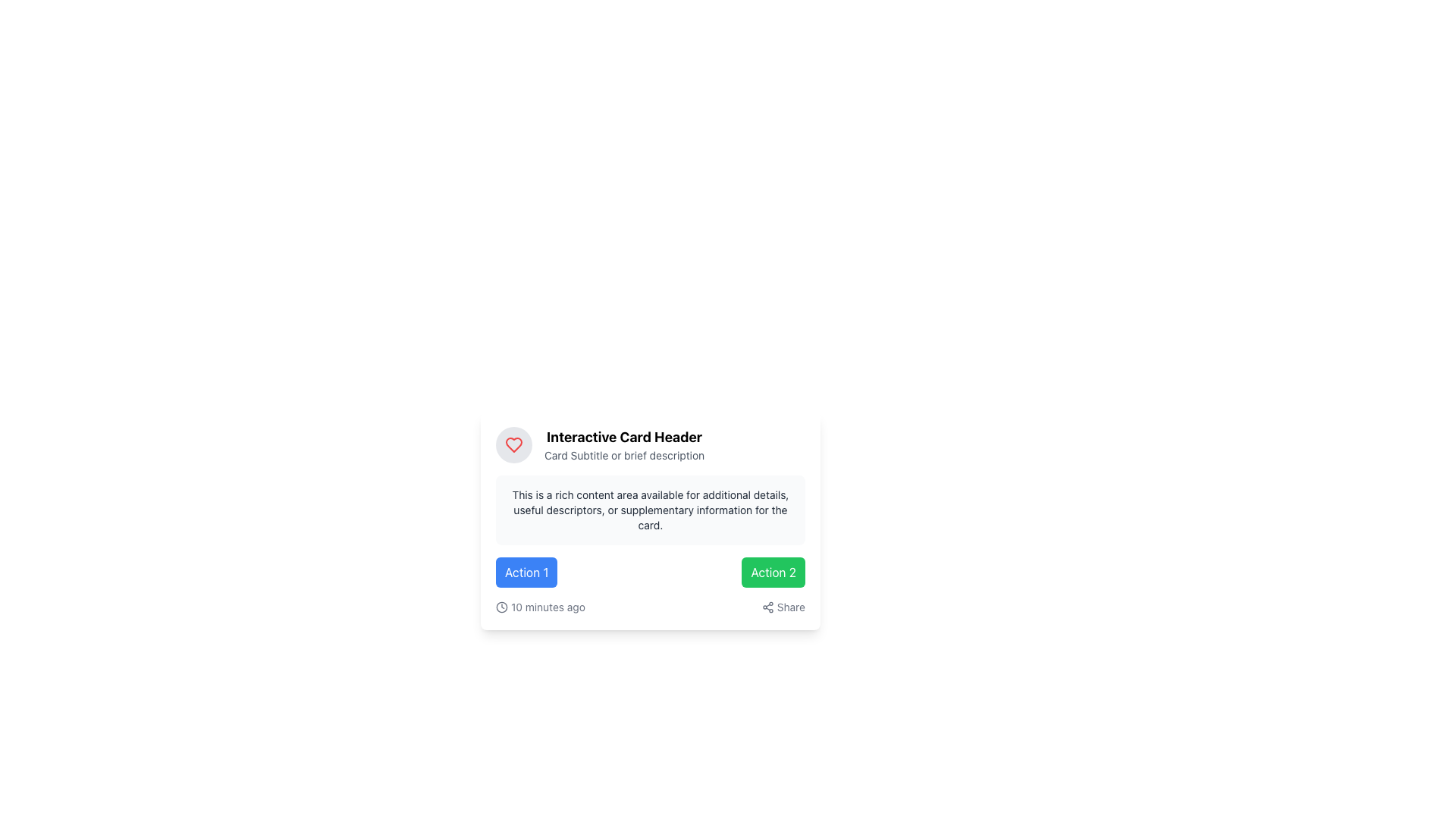 The image size is (1456, 819). What do you see at coordinates (651, 510) in the screenshot?
I see `supplementary information provided in the static text block located in the central portion of the card beneath the subtitle text` at bounding box center [651, 510].